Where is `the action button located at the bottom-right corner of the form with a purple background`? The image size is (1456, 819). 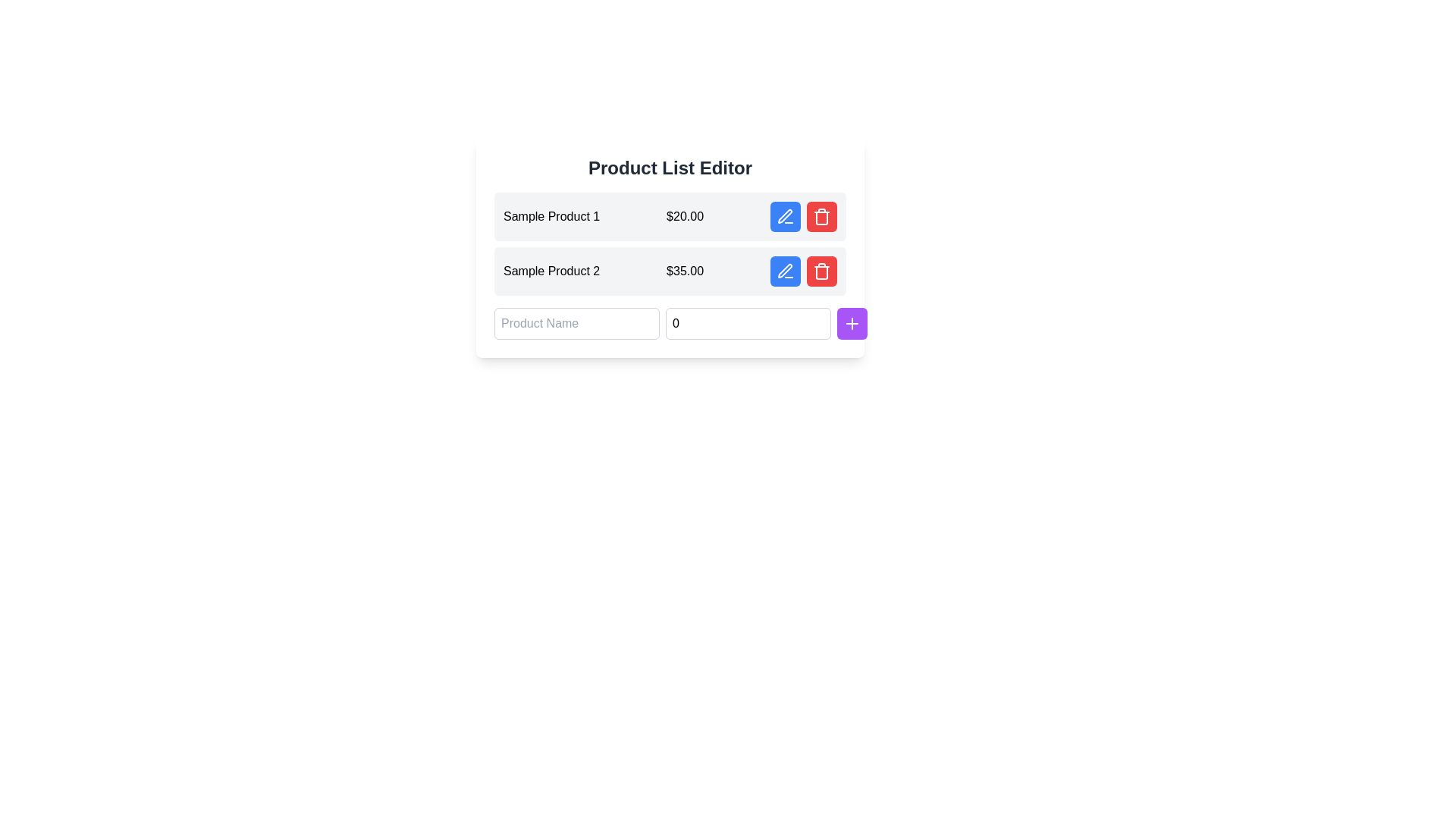
the action button located at the bottom-right corner of the form with a purple background is located at coordinates (852, 323).